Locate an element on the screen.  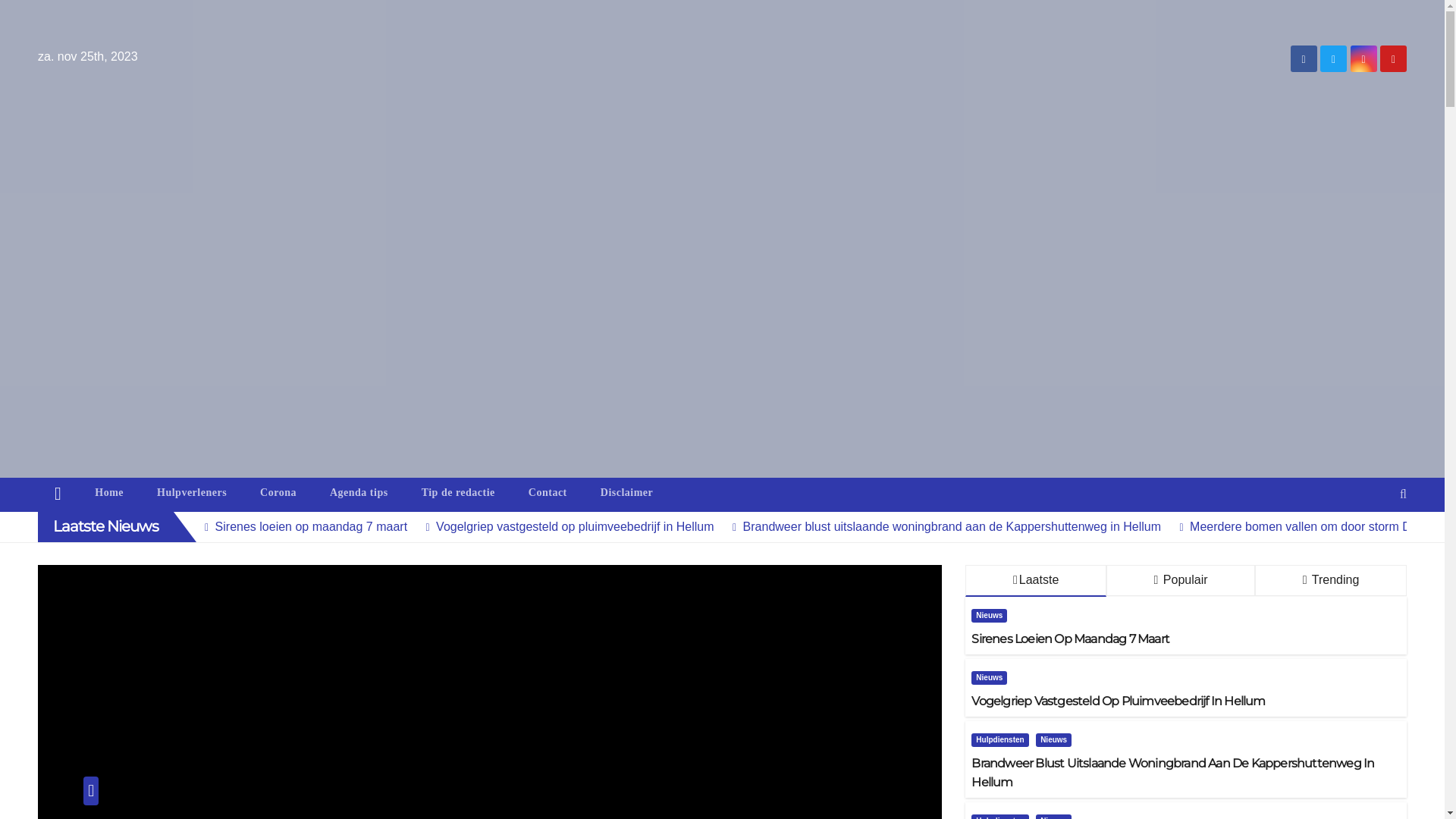
'Home' is located at coordinates (108, 493).